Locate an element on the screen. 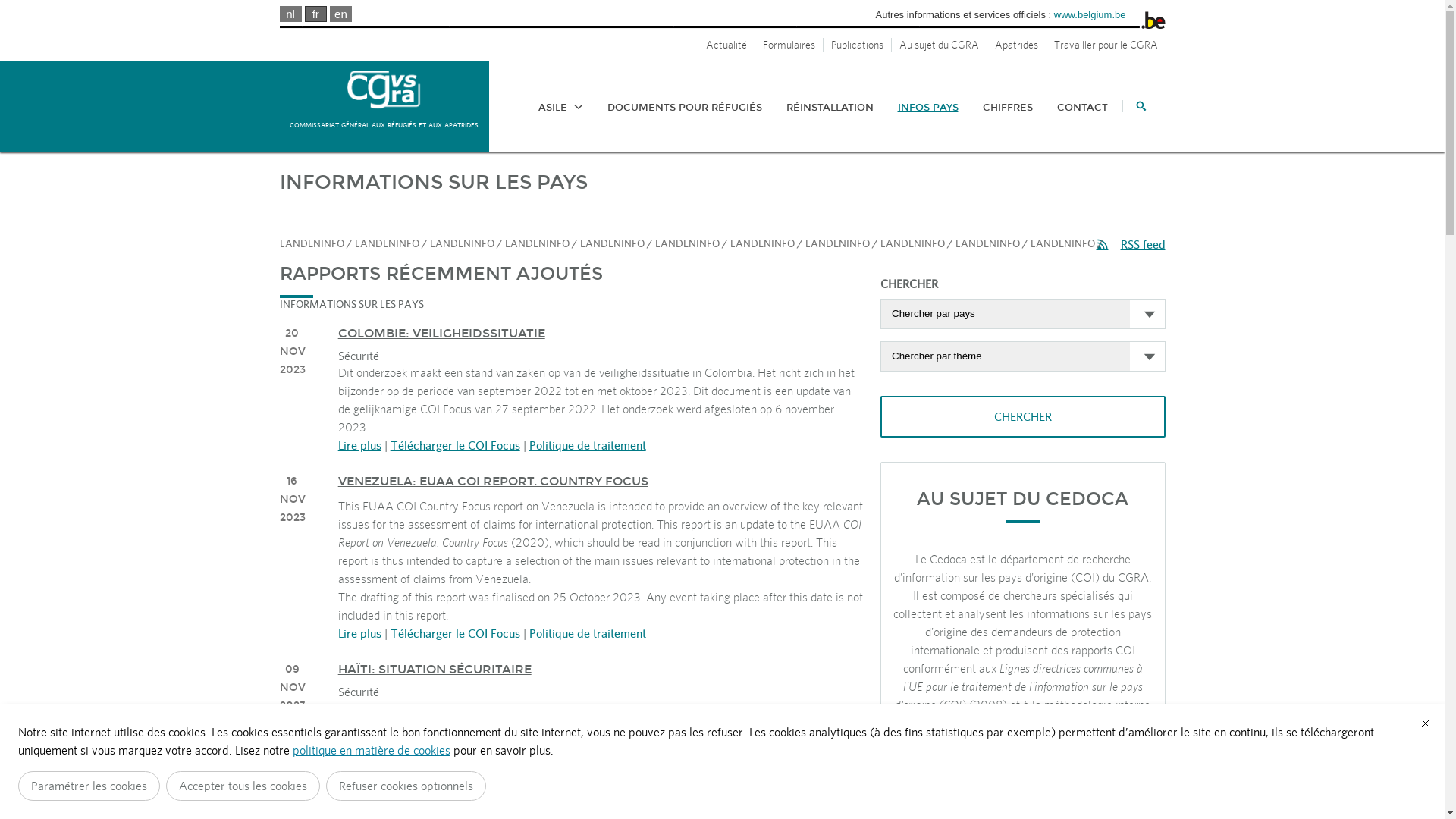 This screenshot has width=1456, height=819. 'nl' is located at coordinates (290, 14).